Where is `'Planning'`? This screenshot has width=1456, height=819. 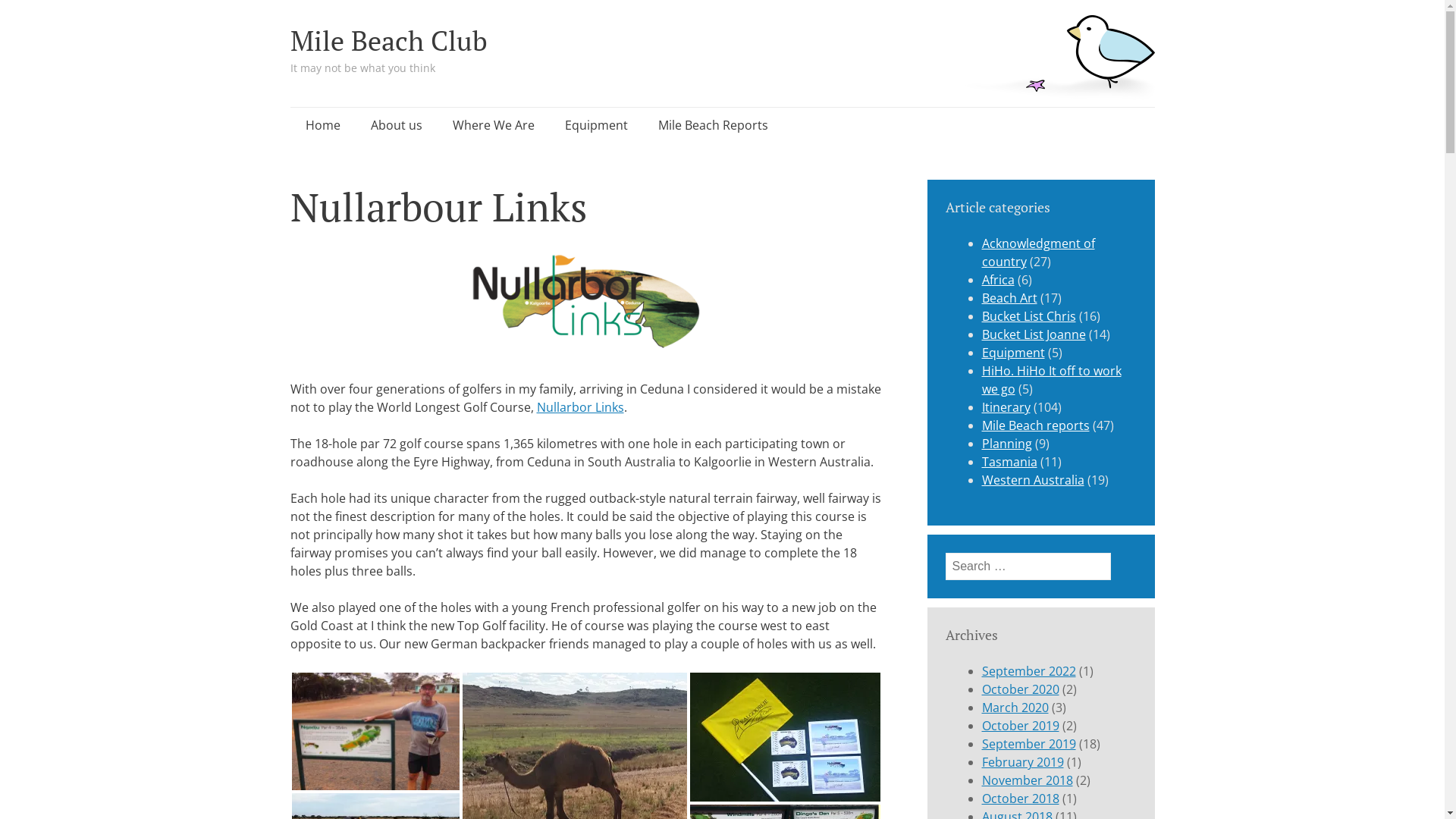 'Planning' is located at coordinates (1006, 444).